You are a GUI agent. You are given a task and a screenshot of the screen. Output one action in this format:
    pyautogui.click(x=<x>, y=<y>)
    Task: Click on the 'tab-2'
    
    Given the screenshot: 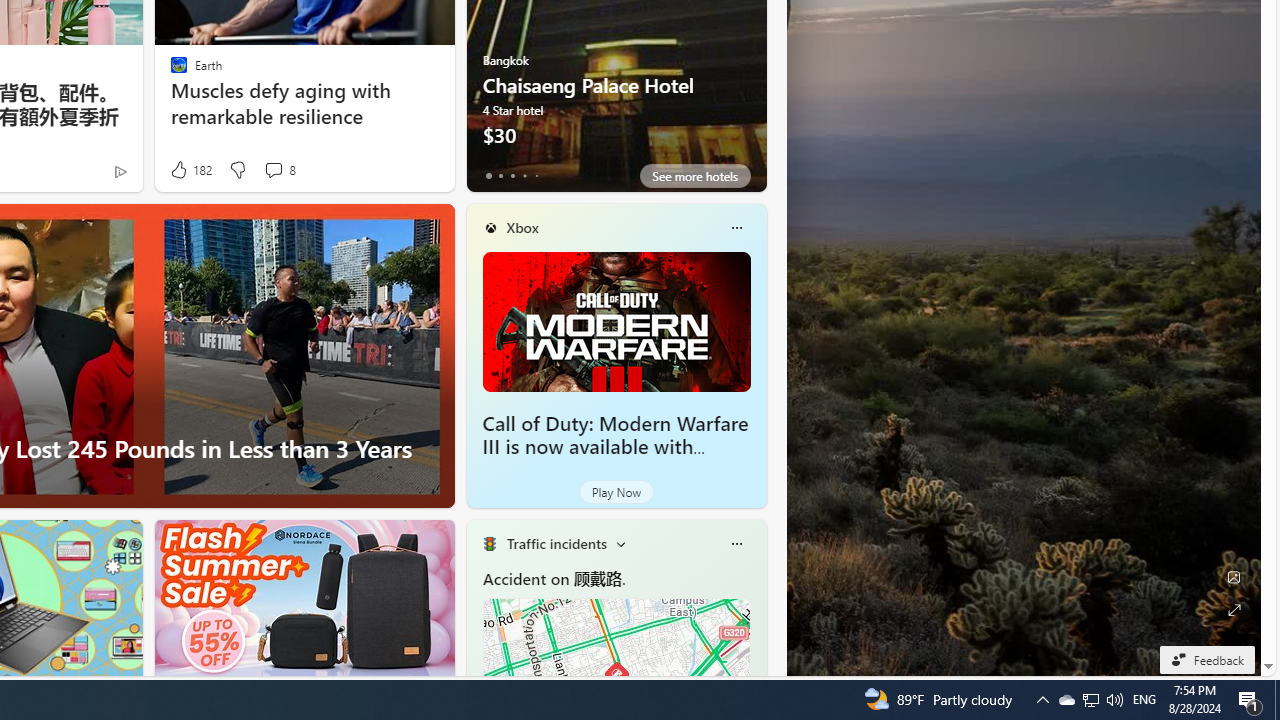 What is the action you would take?
    pyautogui.click(x=512, y=175)
    